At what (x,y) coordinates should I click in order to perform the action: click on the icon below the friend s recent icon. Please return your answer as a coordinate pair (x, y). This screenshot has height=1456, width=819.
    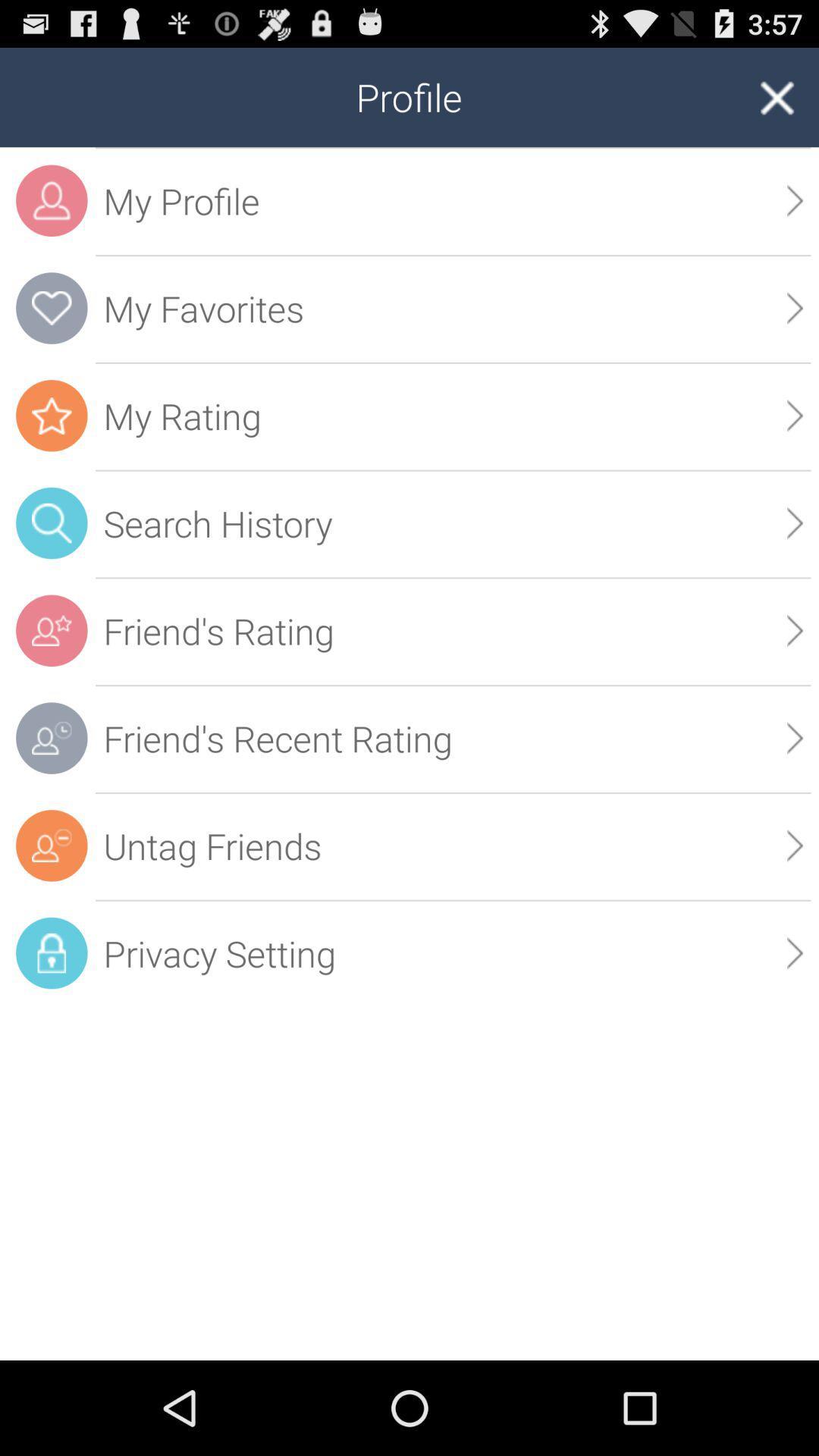
    Looking at the image, I should click on (452, 845).